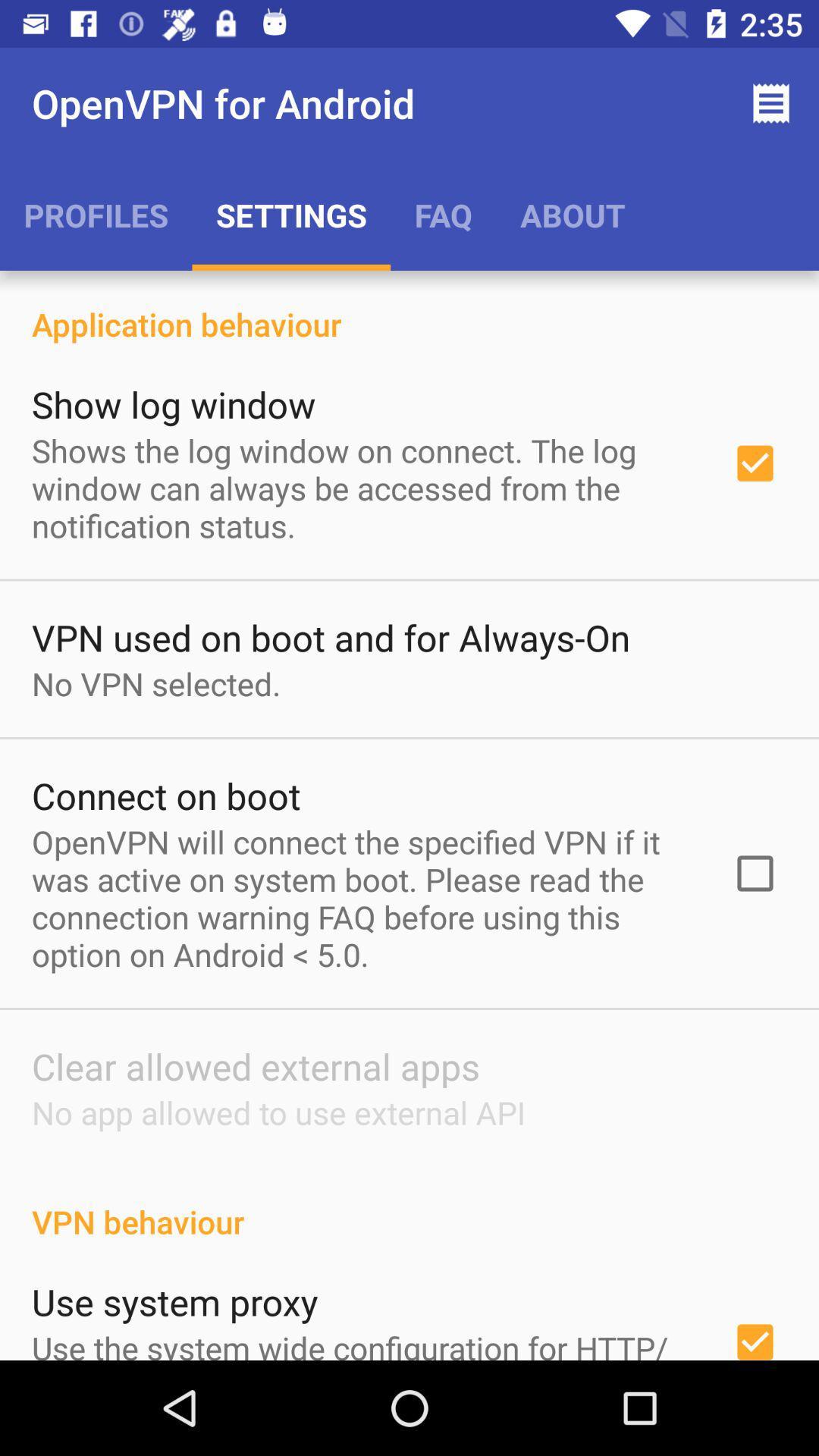 The width and height of the screenshot is (819, 1456). Describe the element at coordinates (278, 1112) in the screenshot. I see `the icon below the clear allowed external item` at that location.